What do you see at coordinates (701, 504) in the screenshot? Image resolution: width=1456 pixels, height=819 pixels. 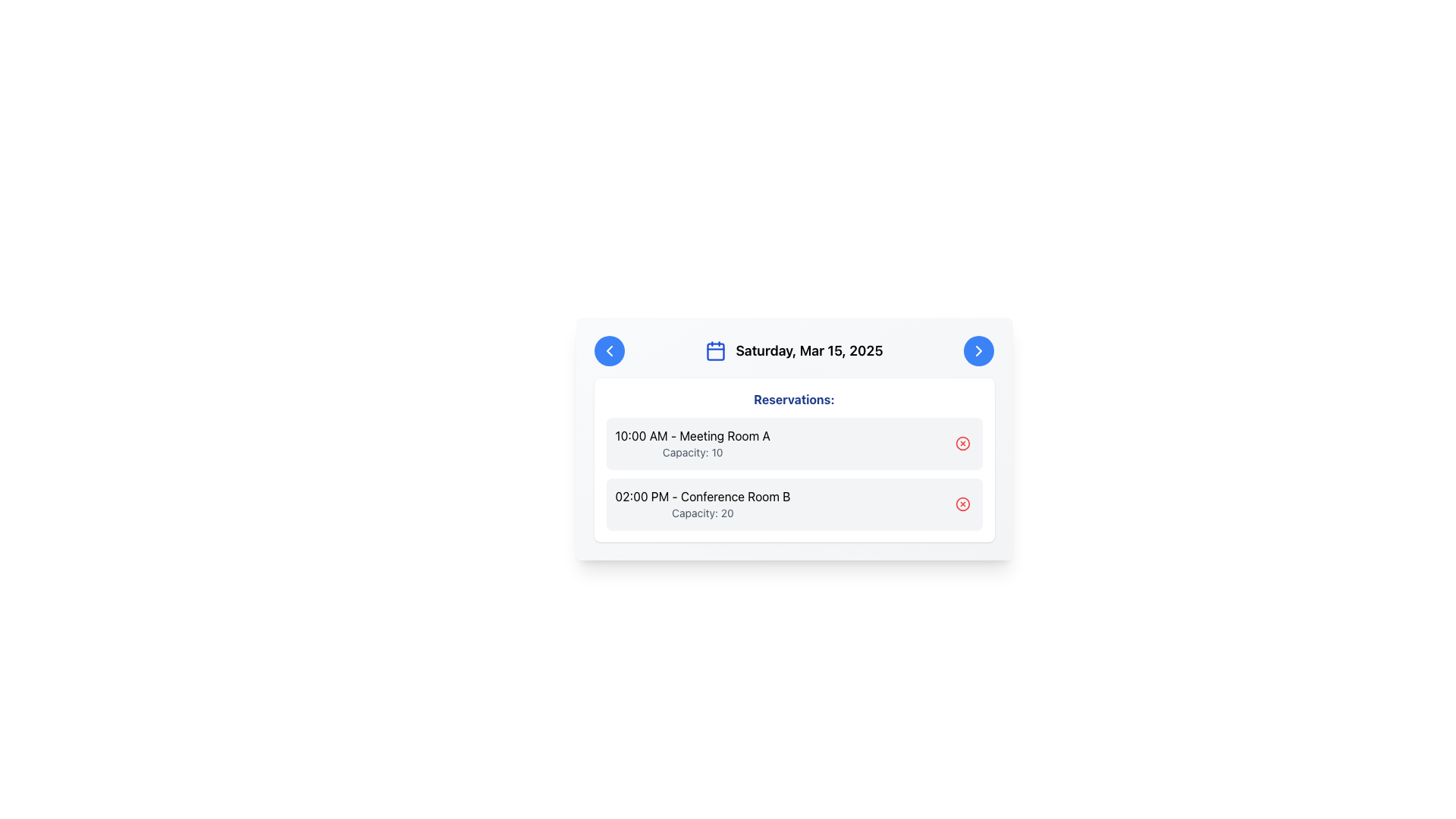 I see `the text block displaying '02:00 PM - Conference Room B' with a capacity of 20, located within the main list of reservations` at bounding box center [701, 504].